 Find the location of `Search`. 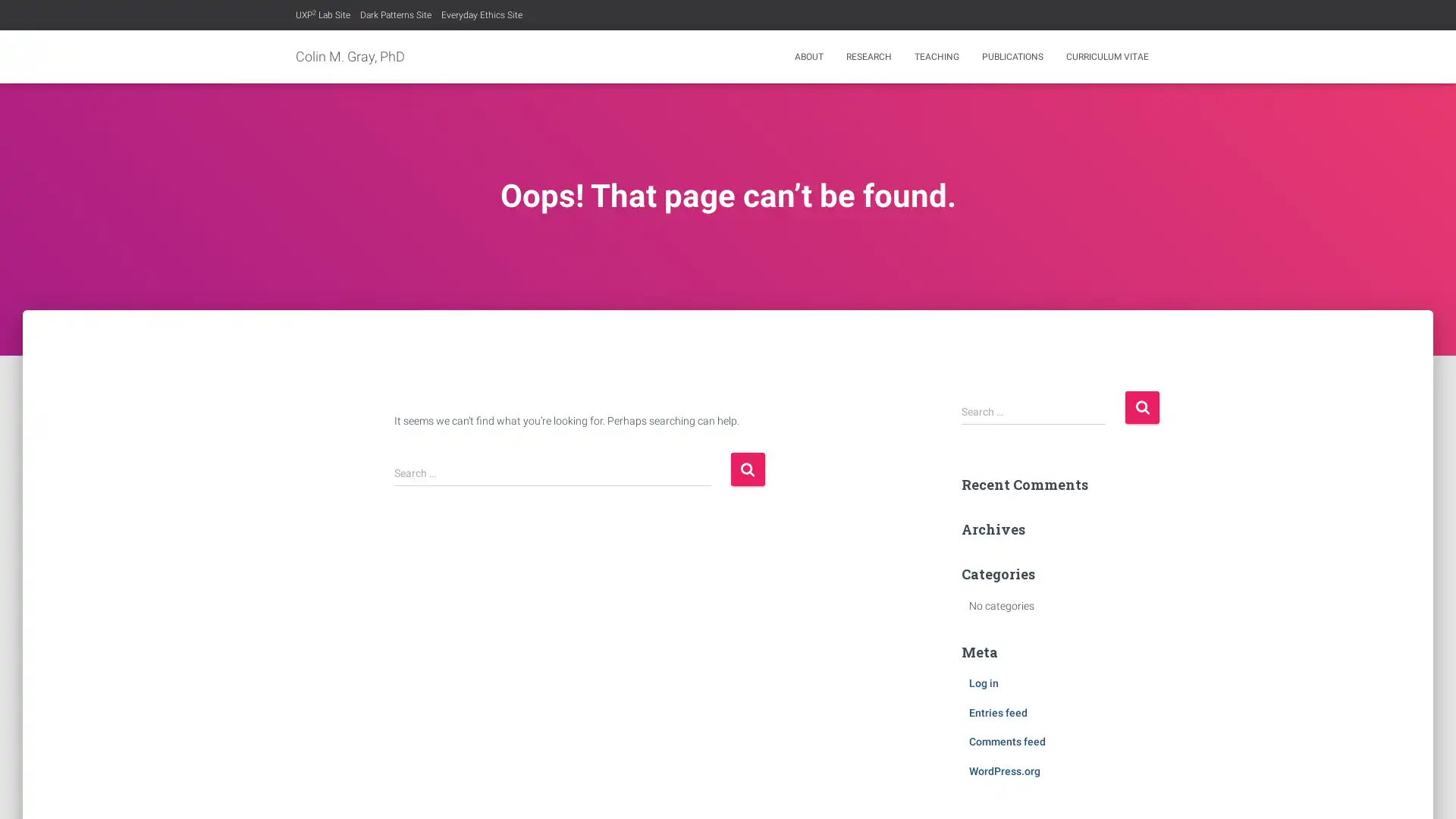

Search is located at coordinates (1142, 406).